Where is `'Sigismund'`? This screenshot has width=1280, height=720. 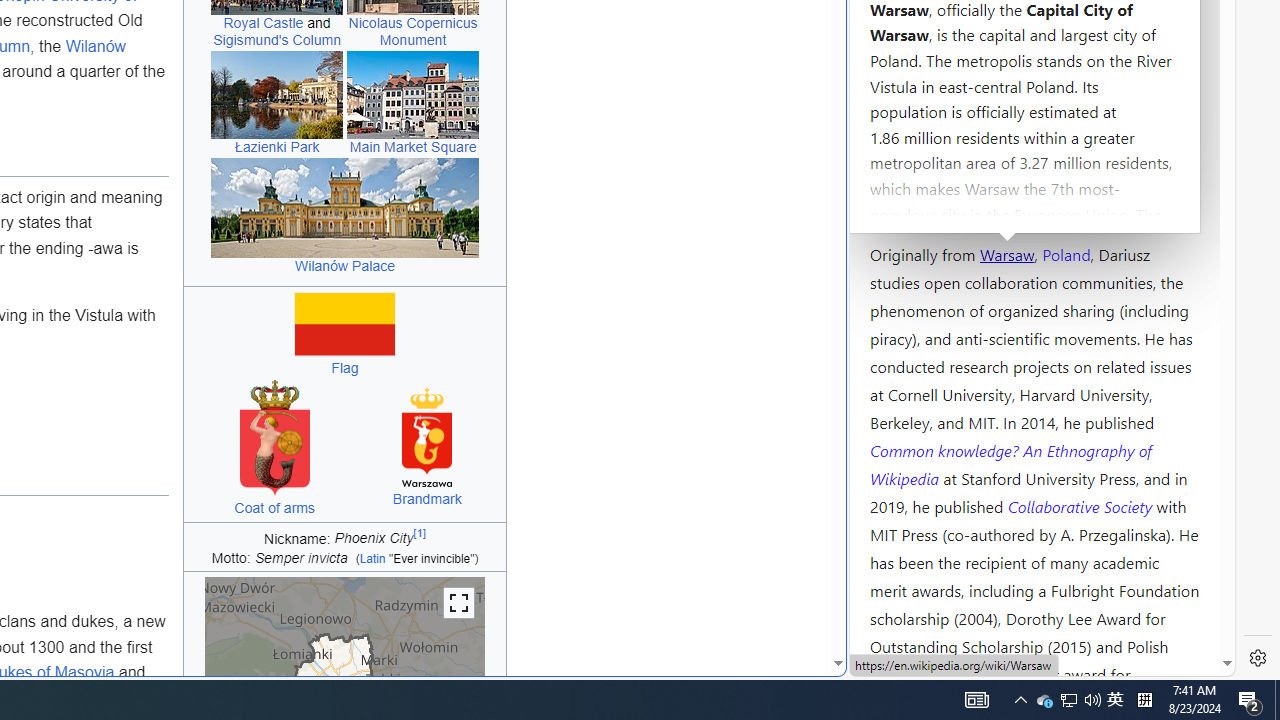 'Sigismund' is located at coordinates (276, 40).